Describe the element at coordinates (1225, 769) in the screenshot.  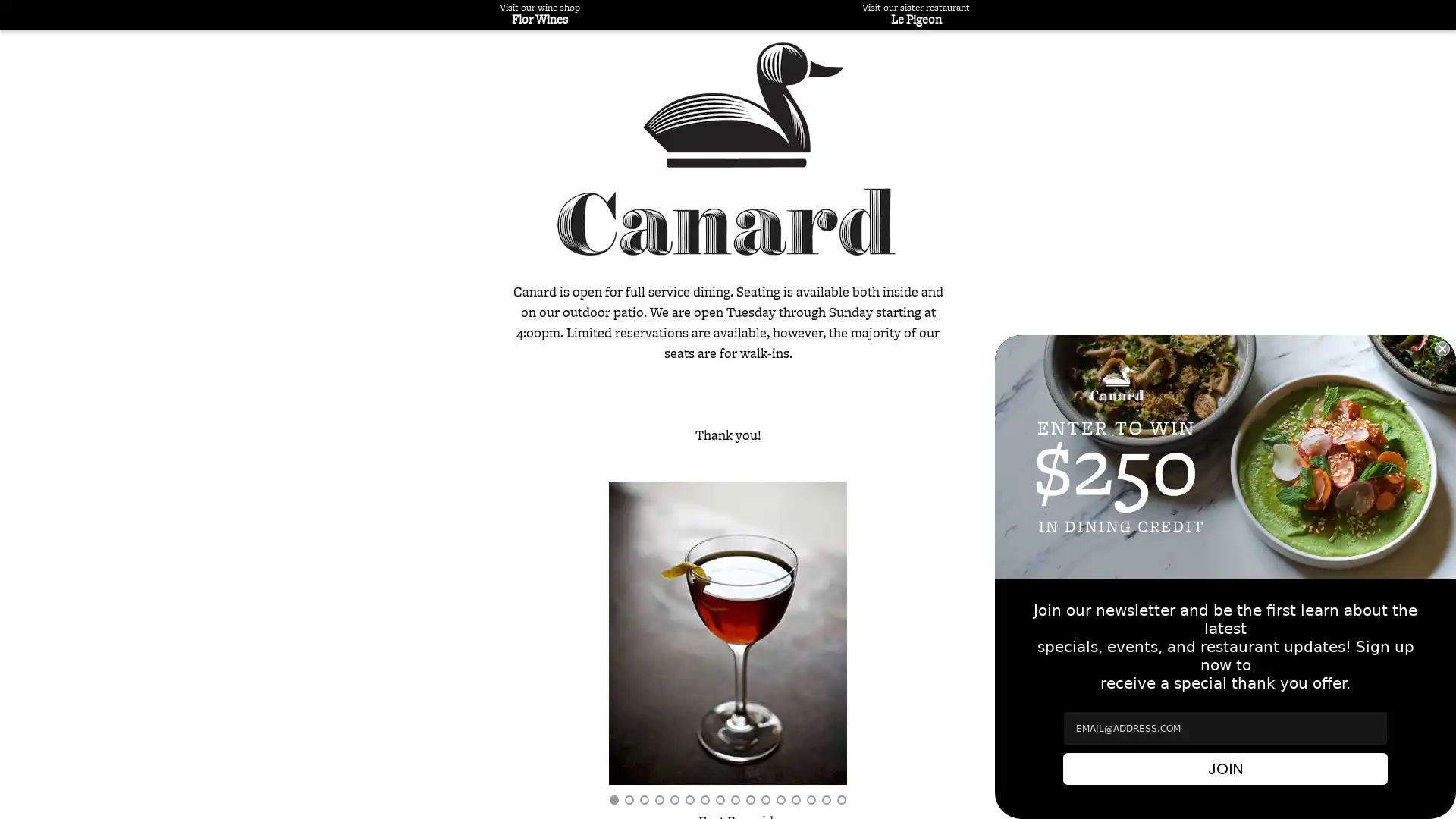
I see `JOIN` at that location.